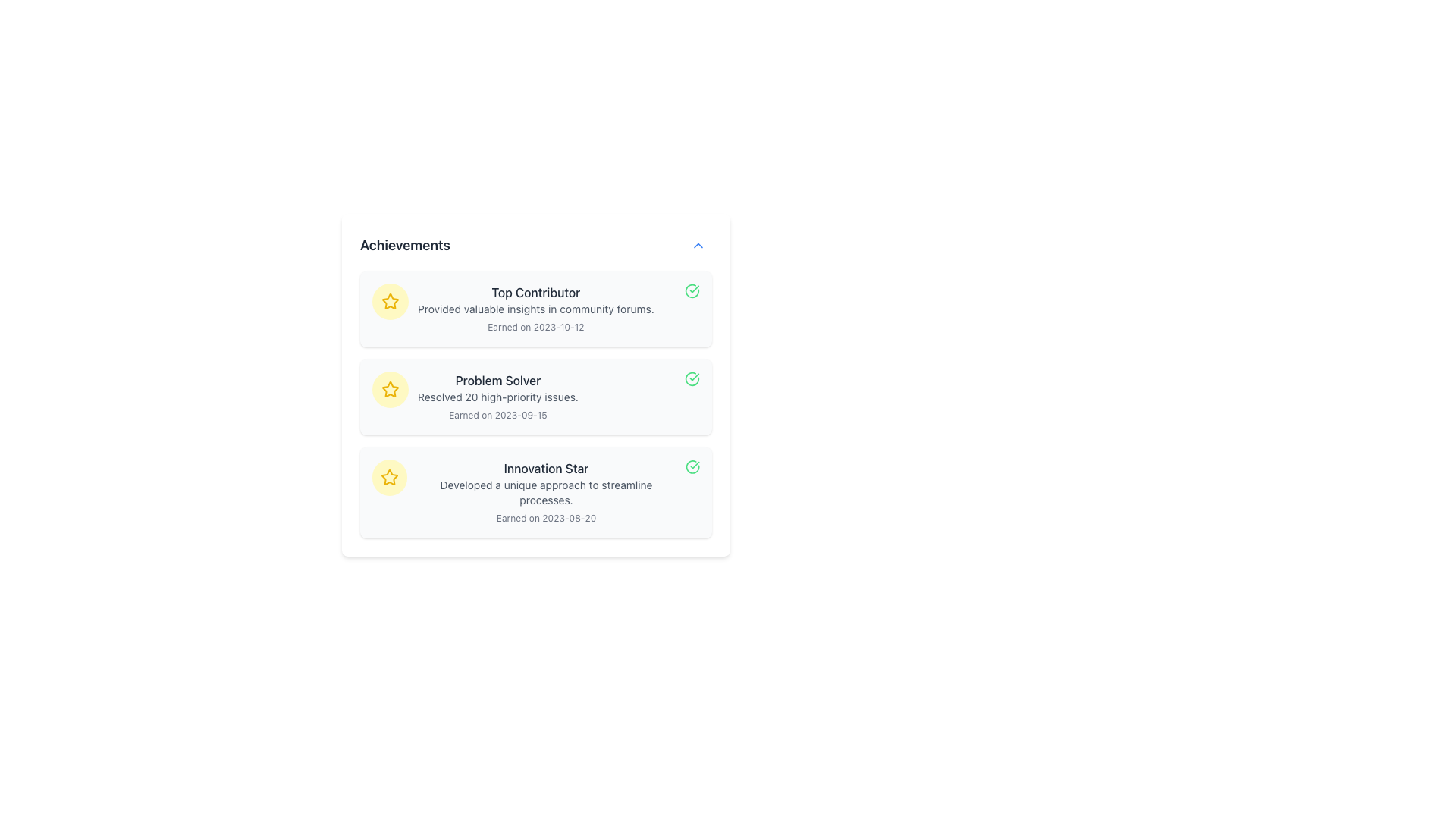 This screenshot has height=819, width=1456. I want to click on the text label that reads 'Earned on 2023-10-12,' which is styled with an extra-small font size and gray color, located under the 'Top Contributor' title in the first achievement card, so click(535, 326).